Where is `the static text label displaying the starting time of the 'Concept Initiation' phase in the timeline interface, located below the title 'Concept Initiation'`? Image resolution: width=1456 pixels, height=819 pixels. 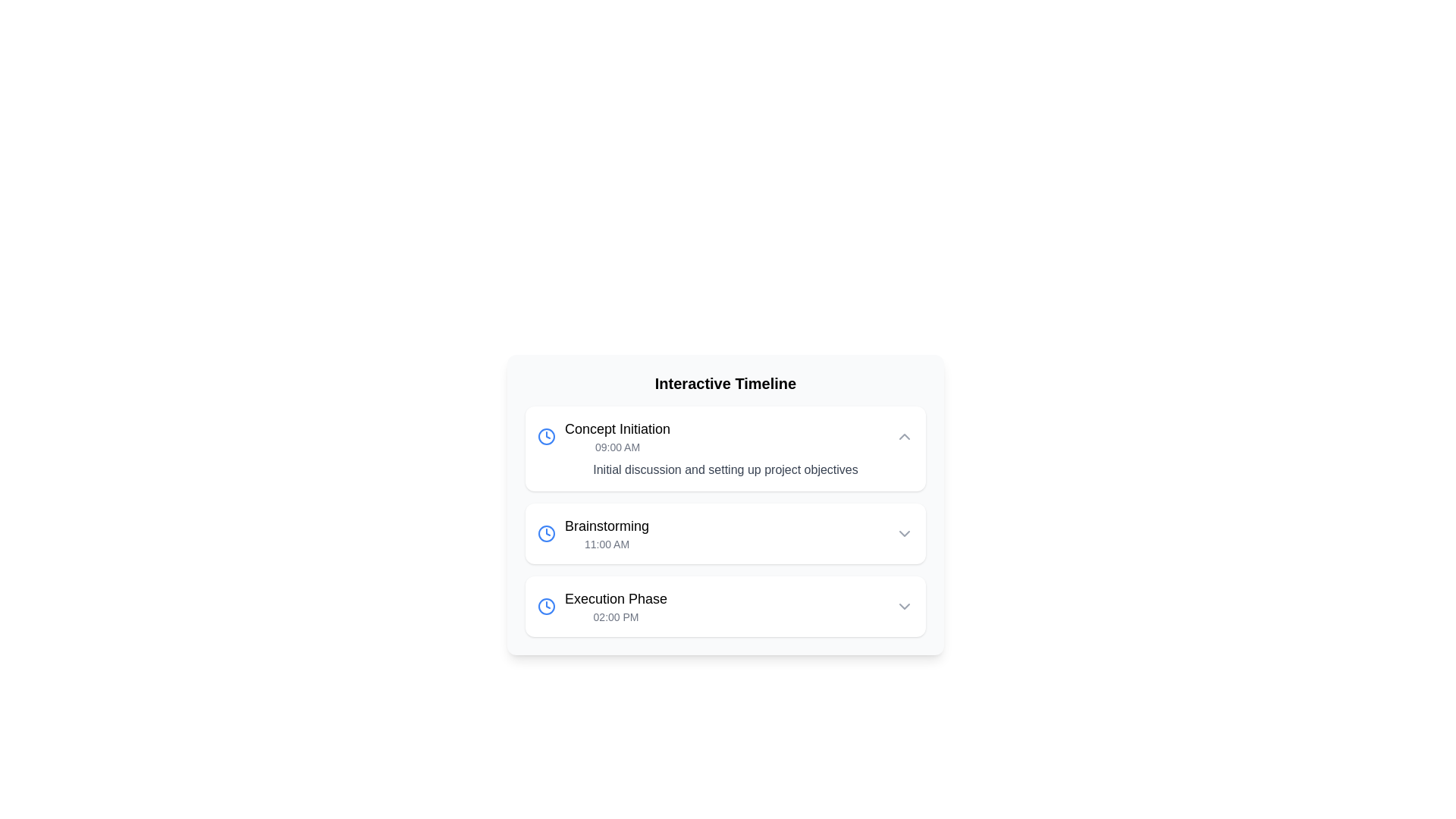
the static text label displaying the starting time of the 'Concept Initiation' phase in the timeline interface, located below the title 'Concept Initiation' is located at coordinates (617, 447).